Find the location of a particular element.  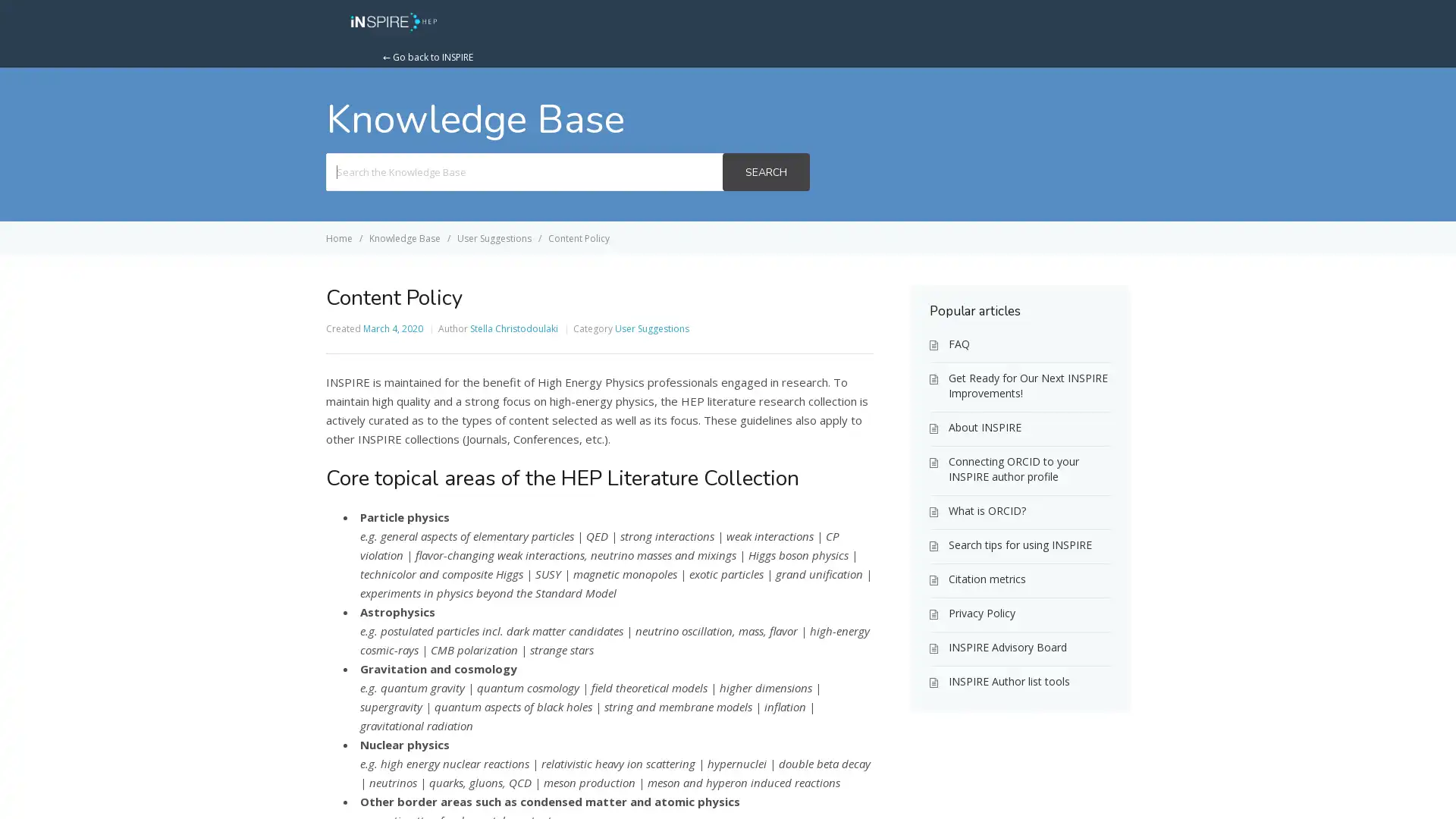

SEARCH is located at coordinates (765, 171).